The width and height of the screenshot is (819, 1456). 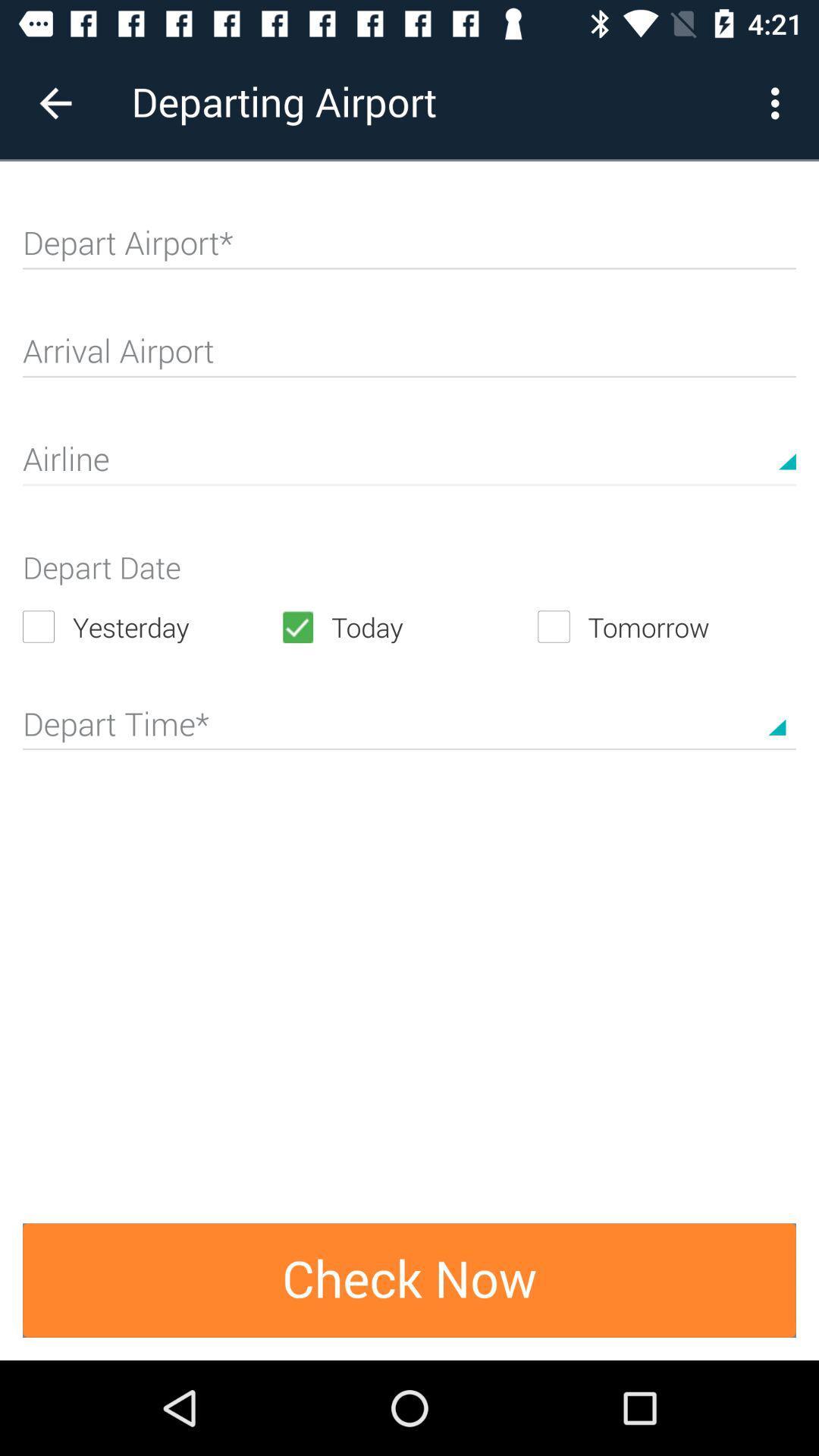 What do you see at coordinates (409, 249) in the screenshot?
I see `allows you to enter airport selection` at bounding box center [409, 249].